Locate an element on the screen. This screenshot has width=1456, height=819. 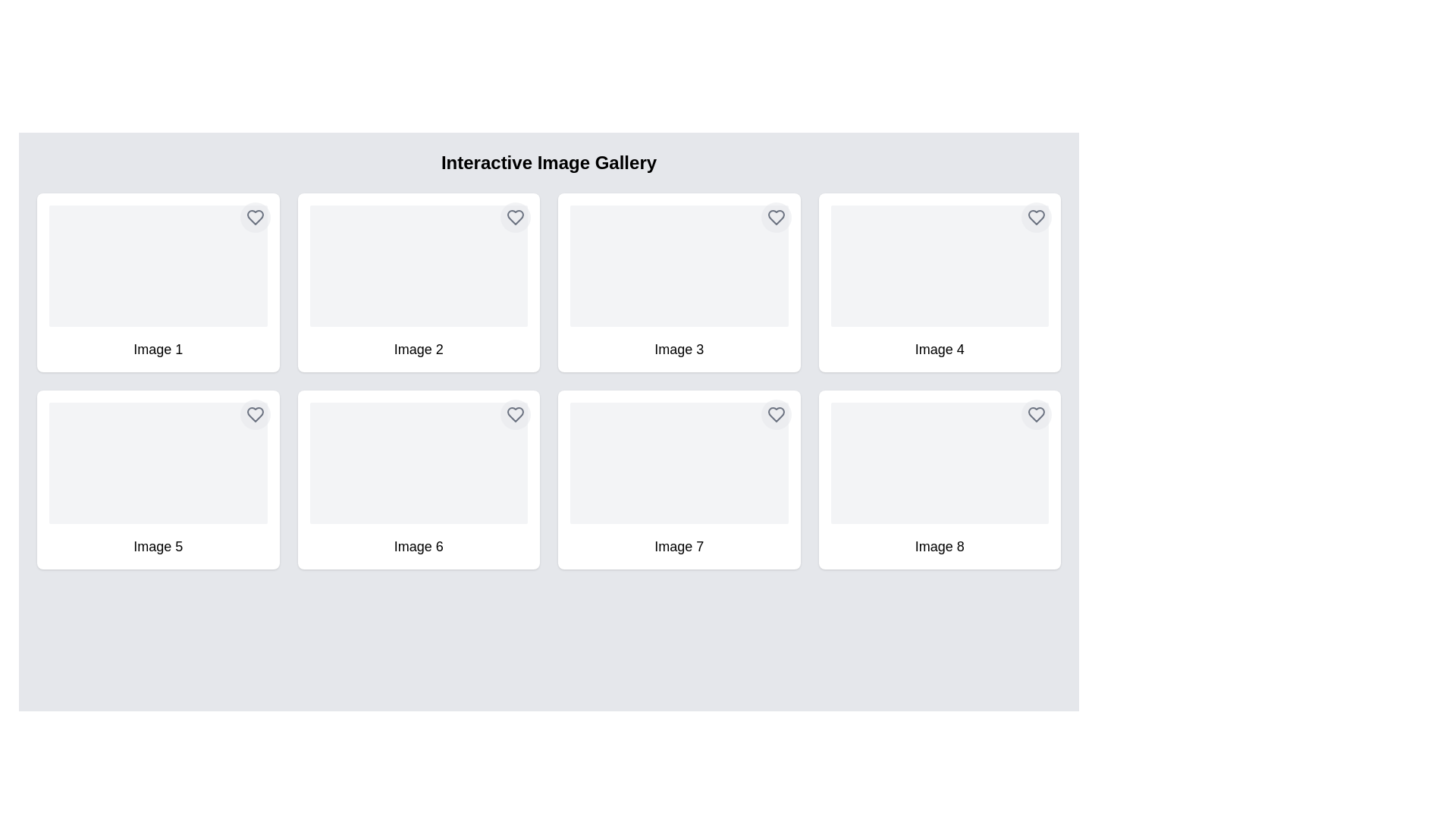
the like button located in the top-right corner of the card labeled 'Image 7' is located at coordinates (776, 415).